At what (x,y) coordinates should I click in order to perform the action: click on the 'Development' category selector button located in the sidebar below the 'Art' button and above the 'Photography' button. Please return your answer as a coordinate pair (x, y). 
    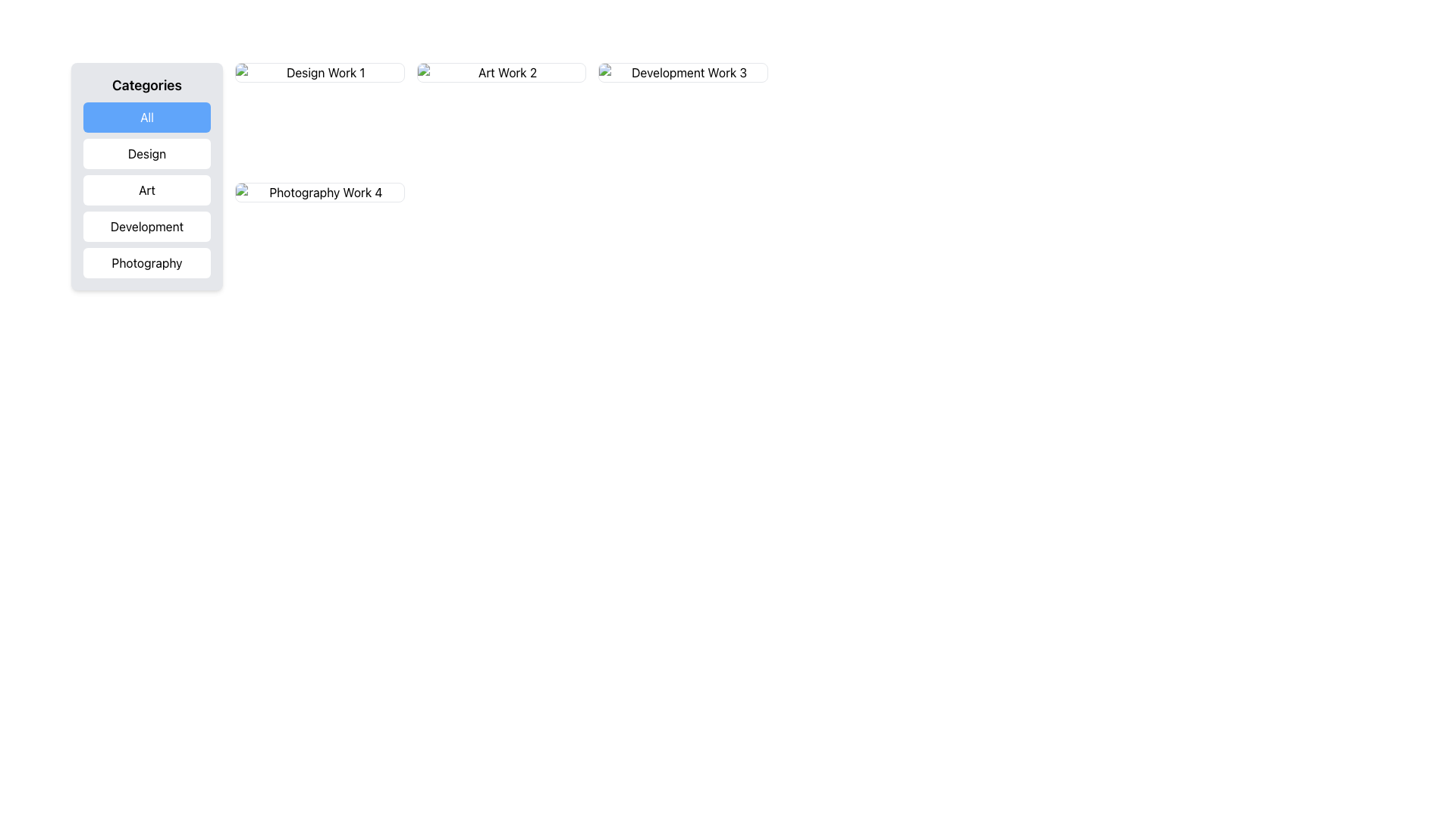
    Looking at the image, I should click on (146, 227).